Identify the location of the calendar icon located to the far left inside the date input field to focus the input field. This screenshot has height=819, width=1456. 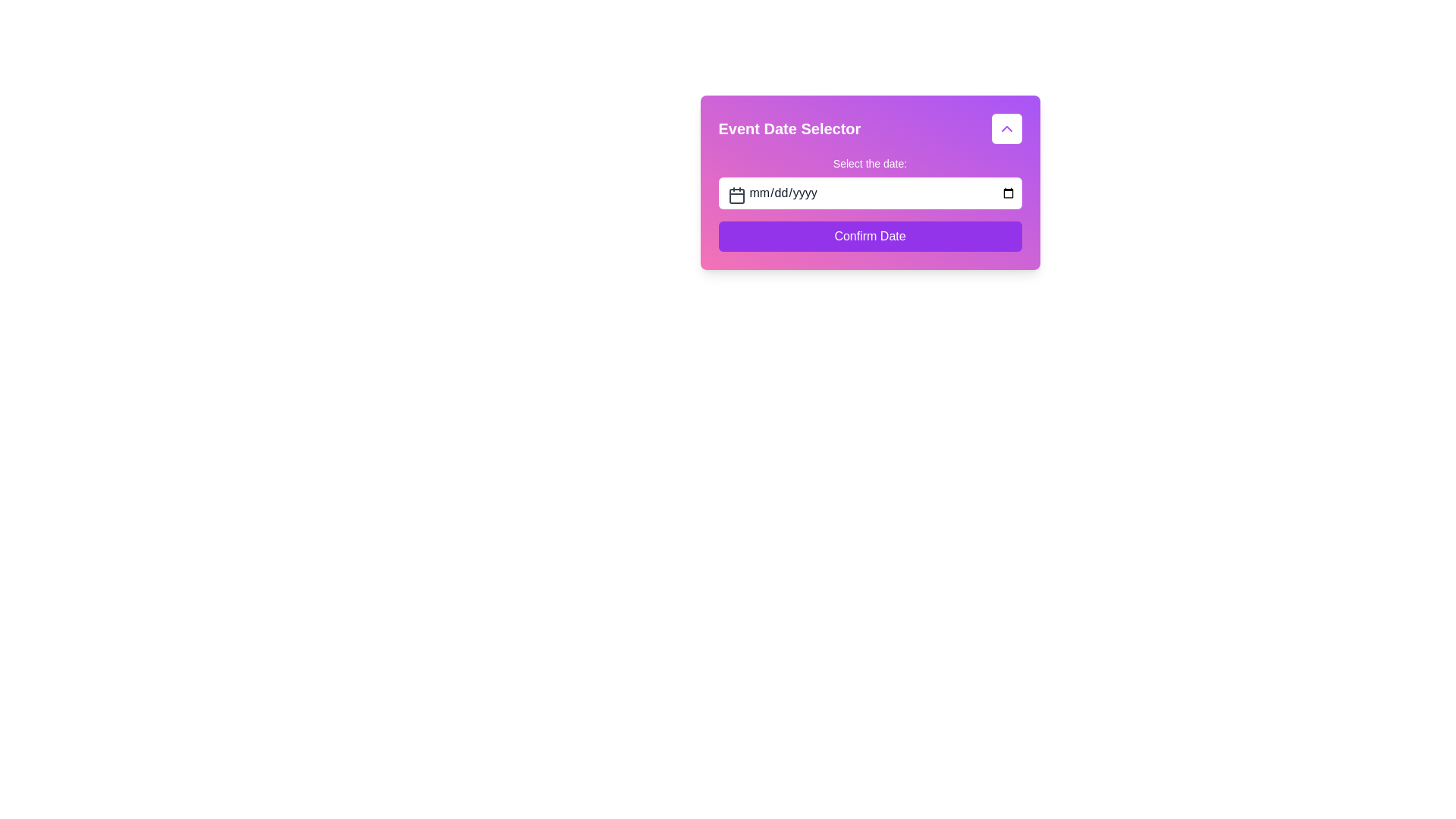
(736, 195).